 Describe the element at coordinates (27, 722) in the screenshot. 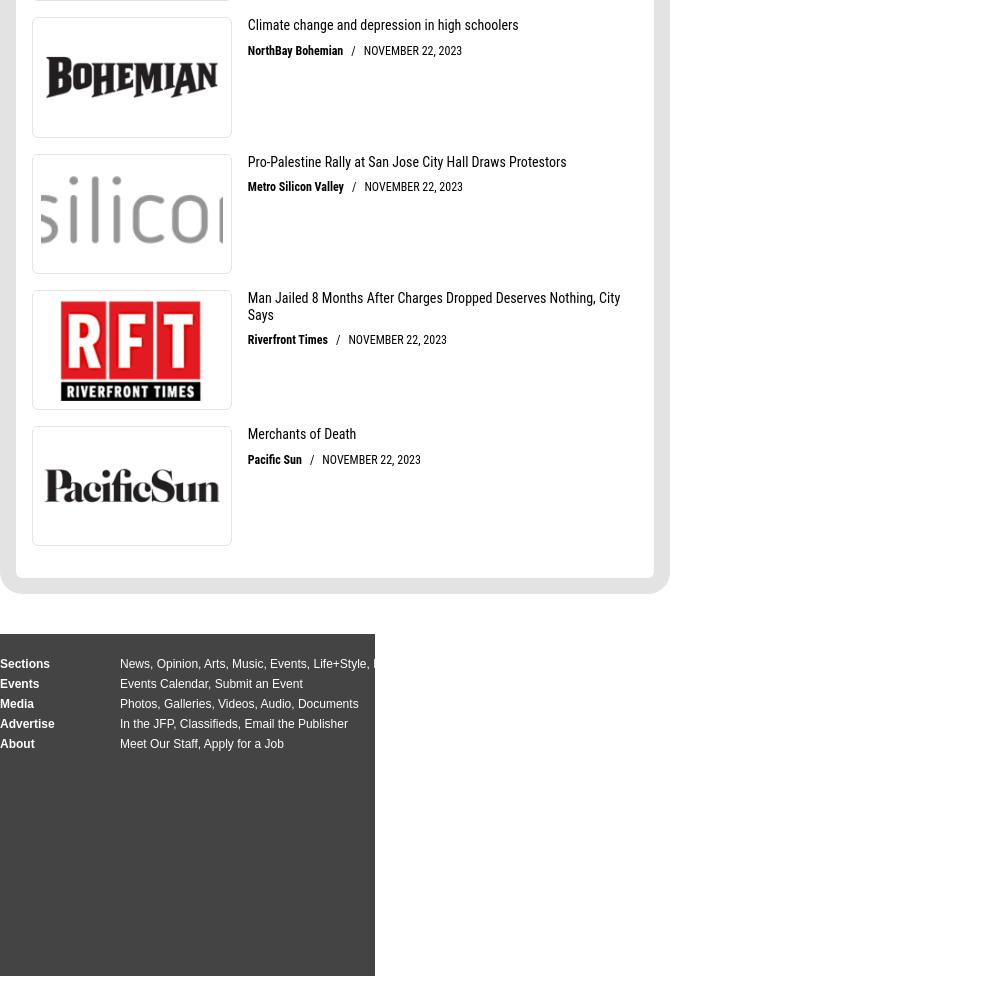

I see `'Advertise'` at that location.